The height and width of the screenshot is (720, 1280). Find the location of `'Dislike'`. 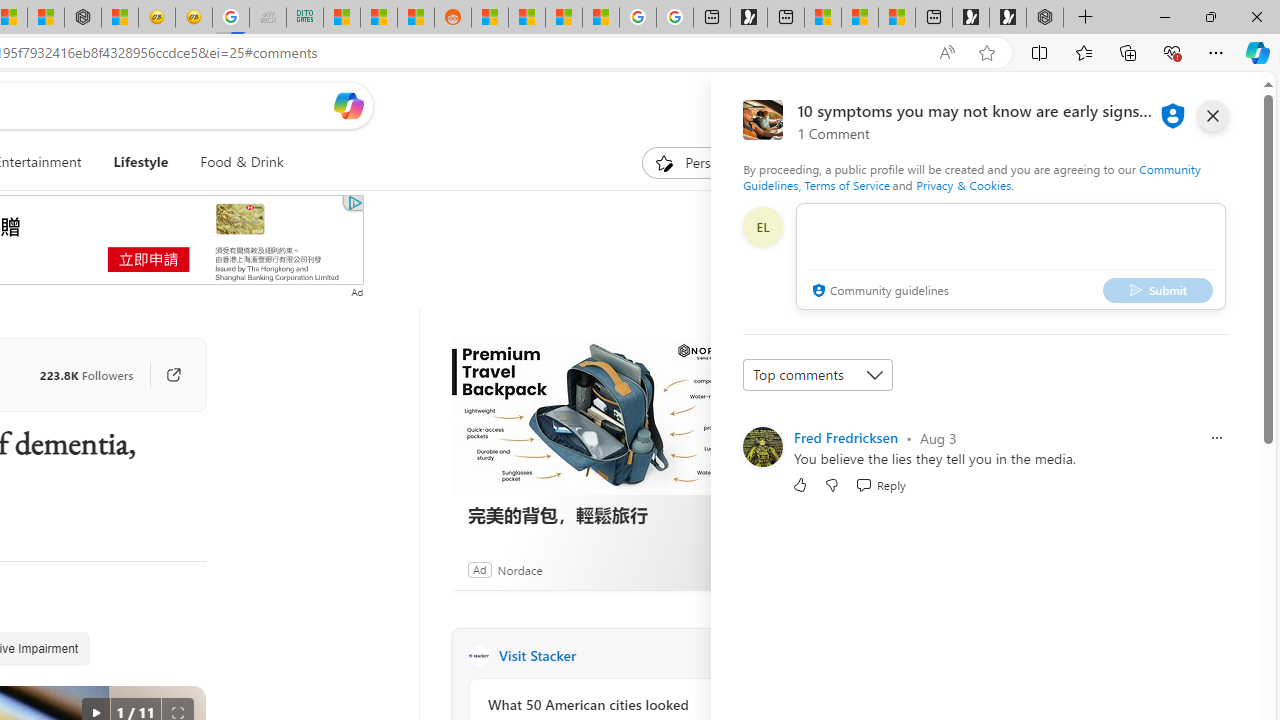

'Dislike' is located at coordinates (832, 484).